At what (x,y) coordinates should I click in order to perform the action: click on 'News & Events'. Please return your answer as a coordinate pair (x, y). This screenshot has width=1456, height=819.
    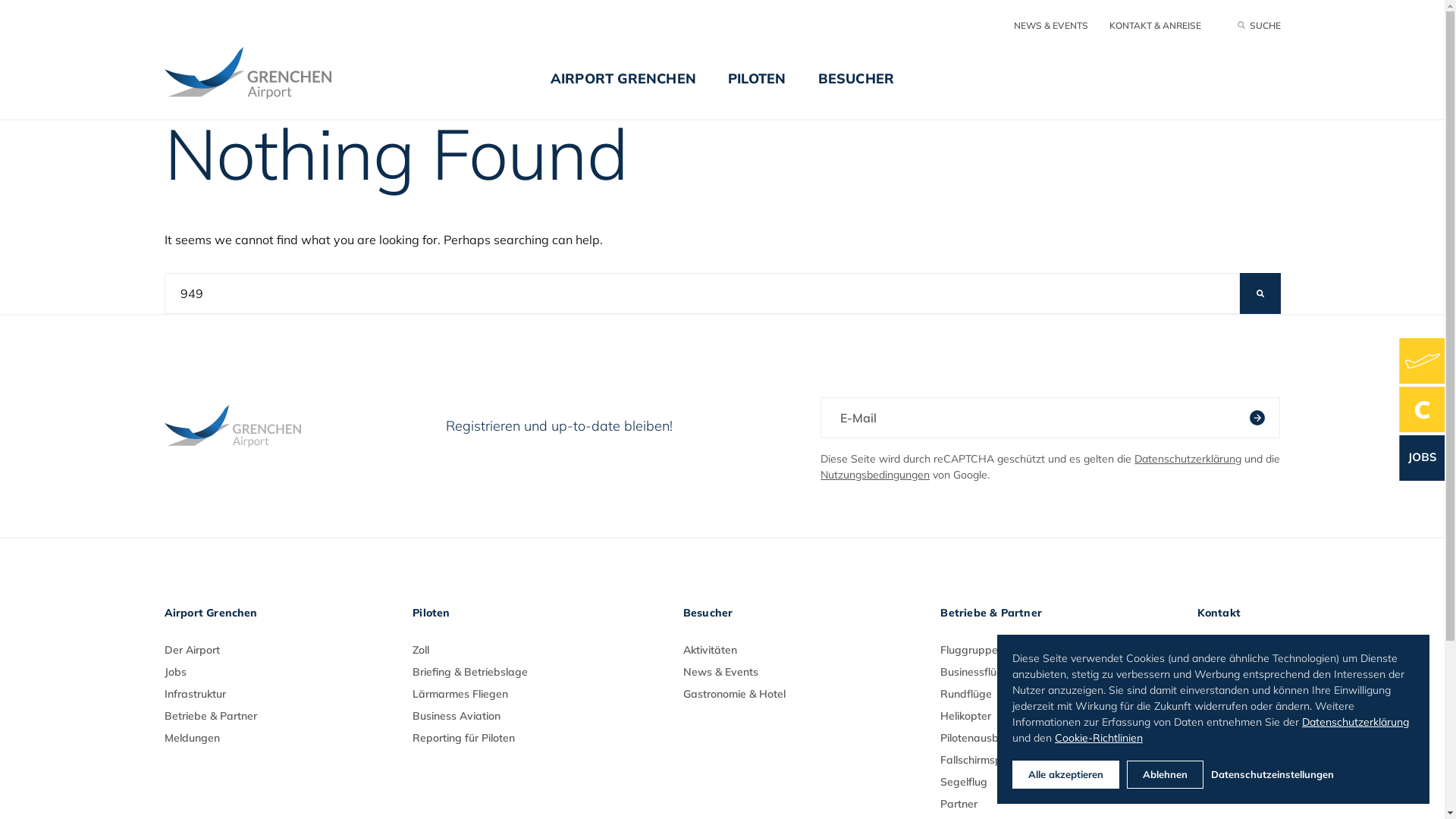
    Looking at the image, I should click on (720, 671).